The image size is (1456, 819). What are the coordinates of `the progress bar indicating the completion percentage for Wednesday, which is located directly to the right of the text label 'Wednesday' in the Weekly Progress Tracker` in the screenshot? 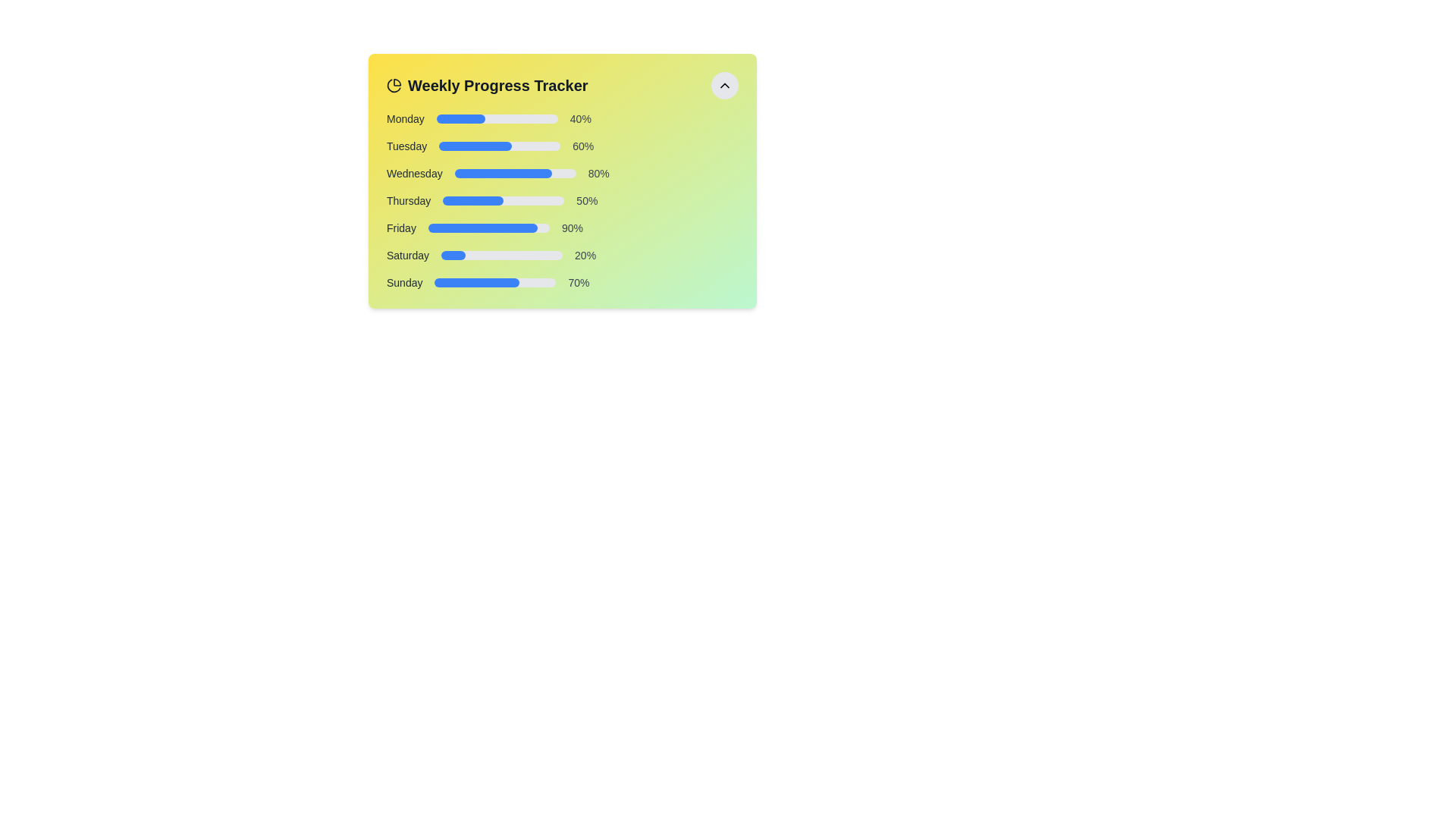 It's located at (515, 172).